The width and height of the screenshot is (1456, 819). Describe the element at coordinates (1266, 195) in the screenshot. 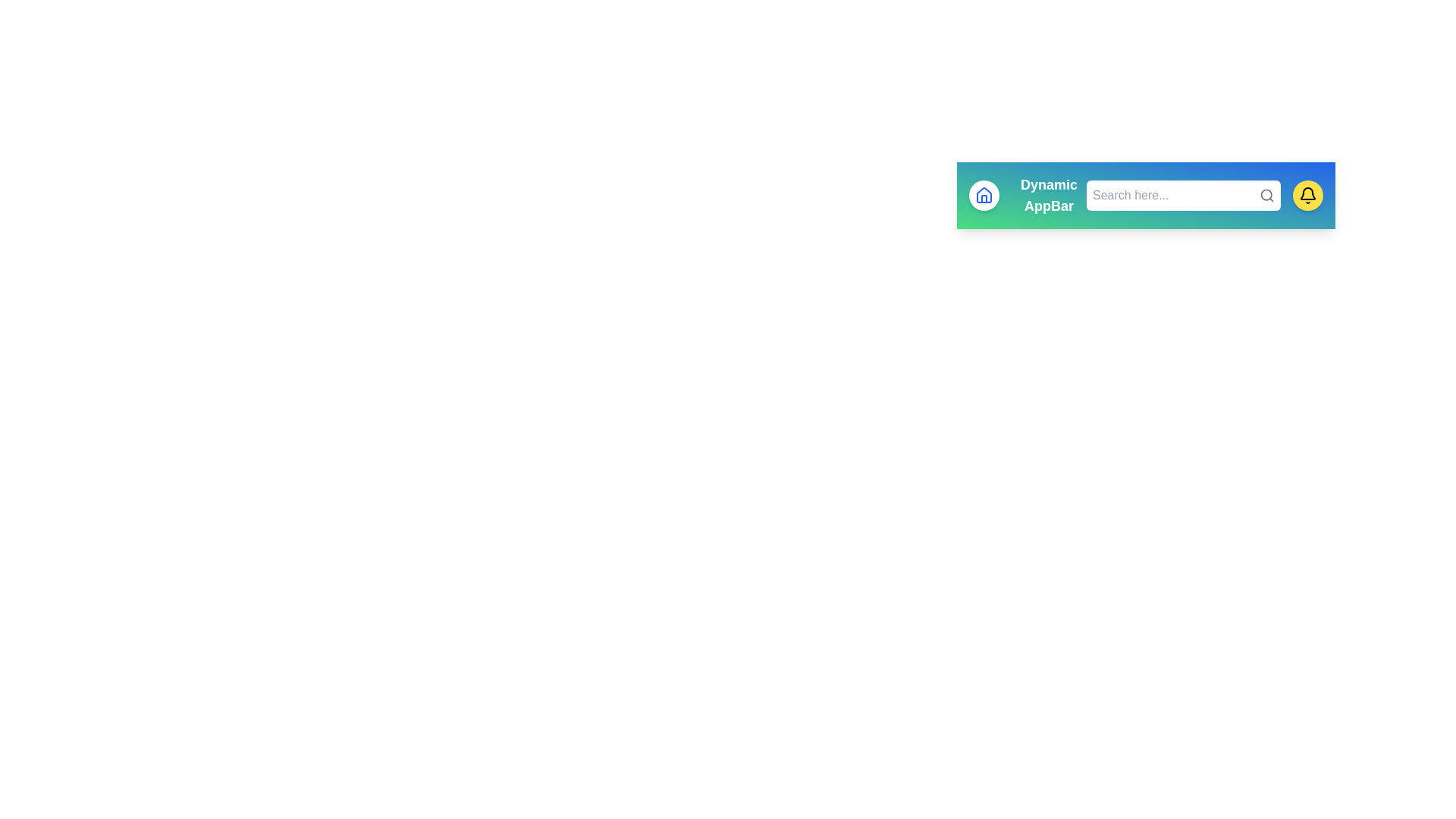

I see `the search icon to initiate a search` at that location.